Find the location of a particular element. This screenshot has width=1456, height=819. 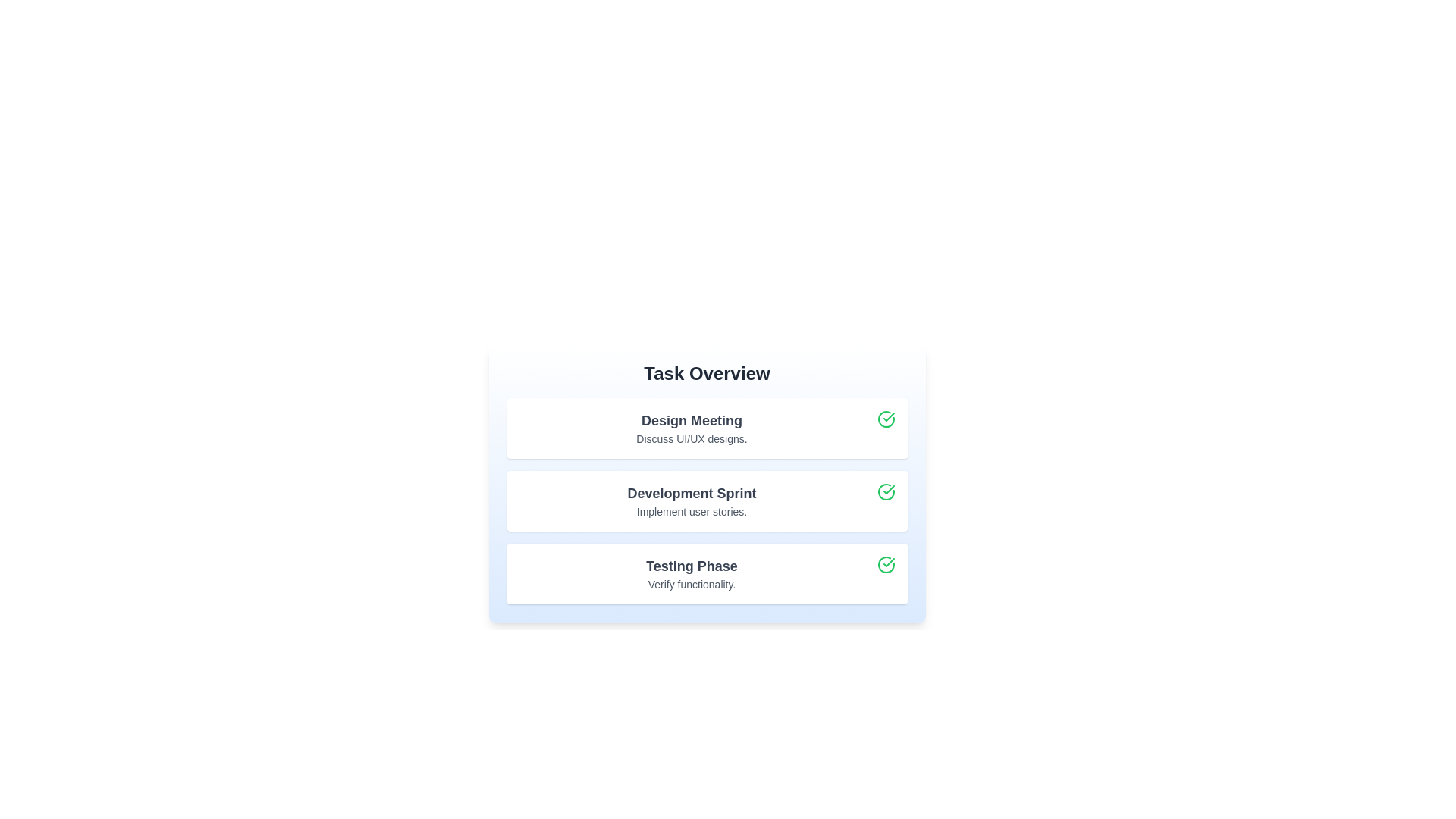

the check icon to mark the task 'Design Meeting' as completed is located at coordinates (886, 419).